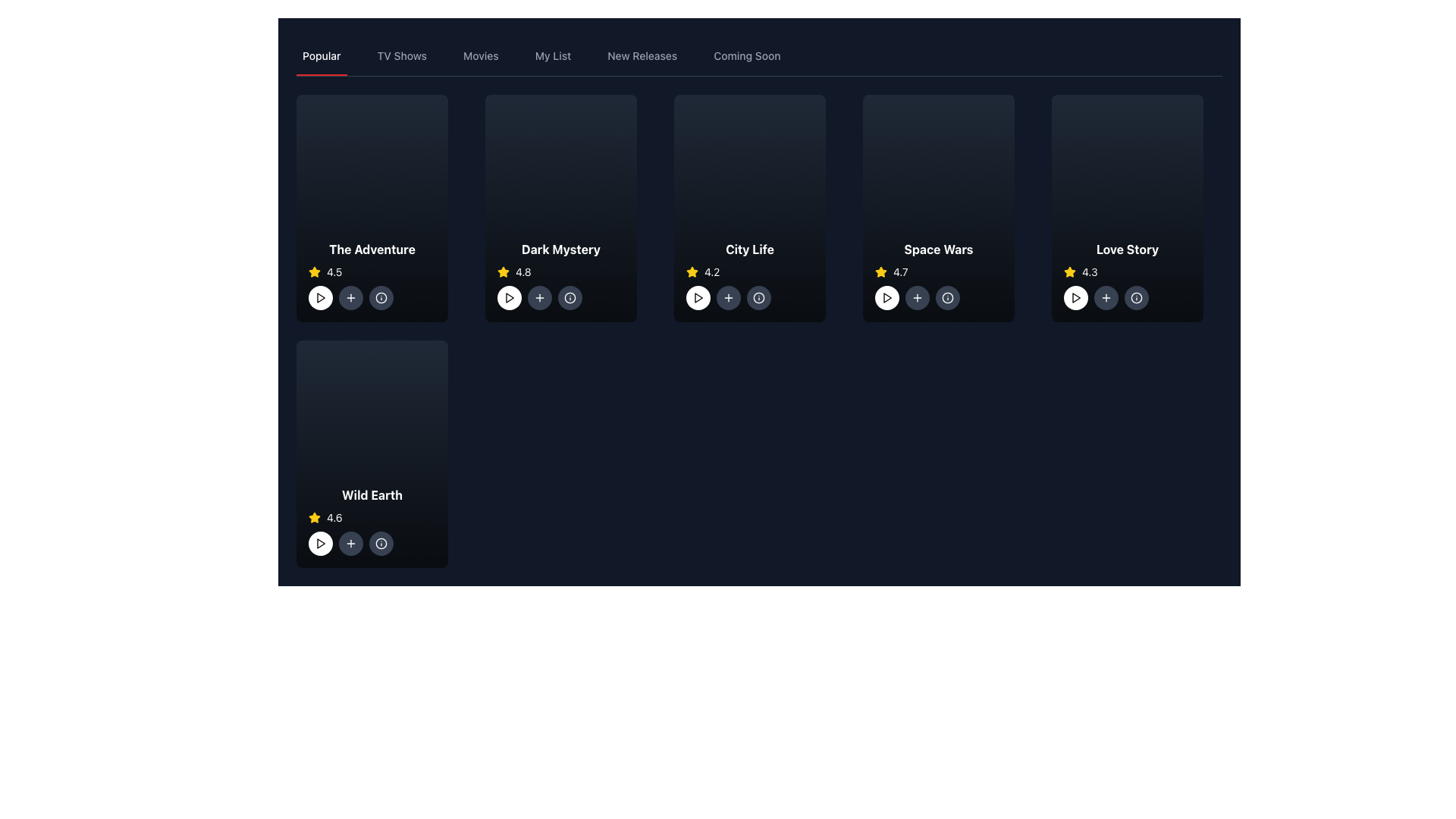  I want to click on the rounded info icon embedded in the button associated with the 'City Life' card in the movie list, so click(759, 298).